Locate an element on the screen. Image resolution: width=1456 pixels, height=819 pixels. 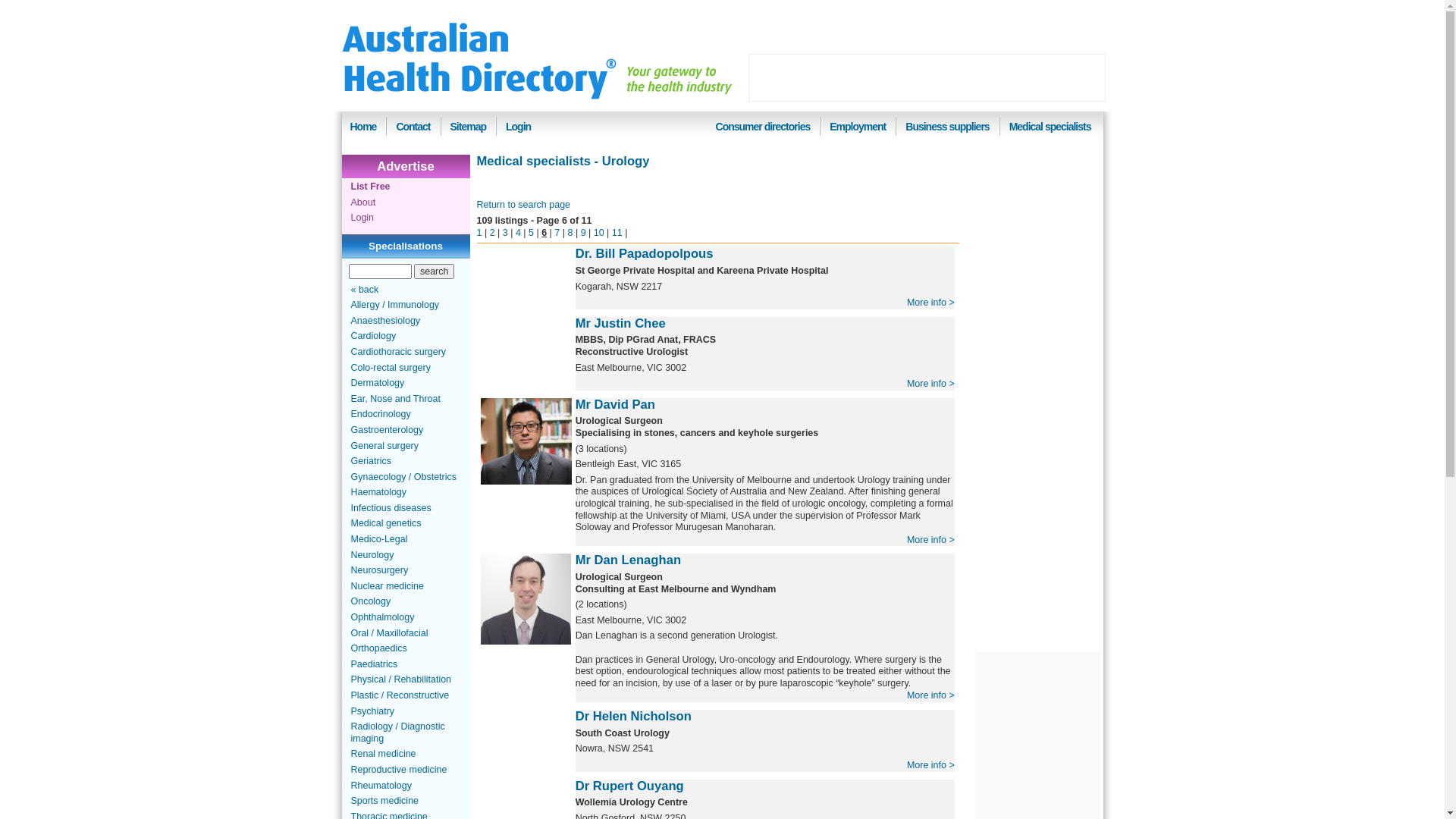
'Advertisement' is located at coordinates (926, 77).